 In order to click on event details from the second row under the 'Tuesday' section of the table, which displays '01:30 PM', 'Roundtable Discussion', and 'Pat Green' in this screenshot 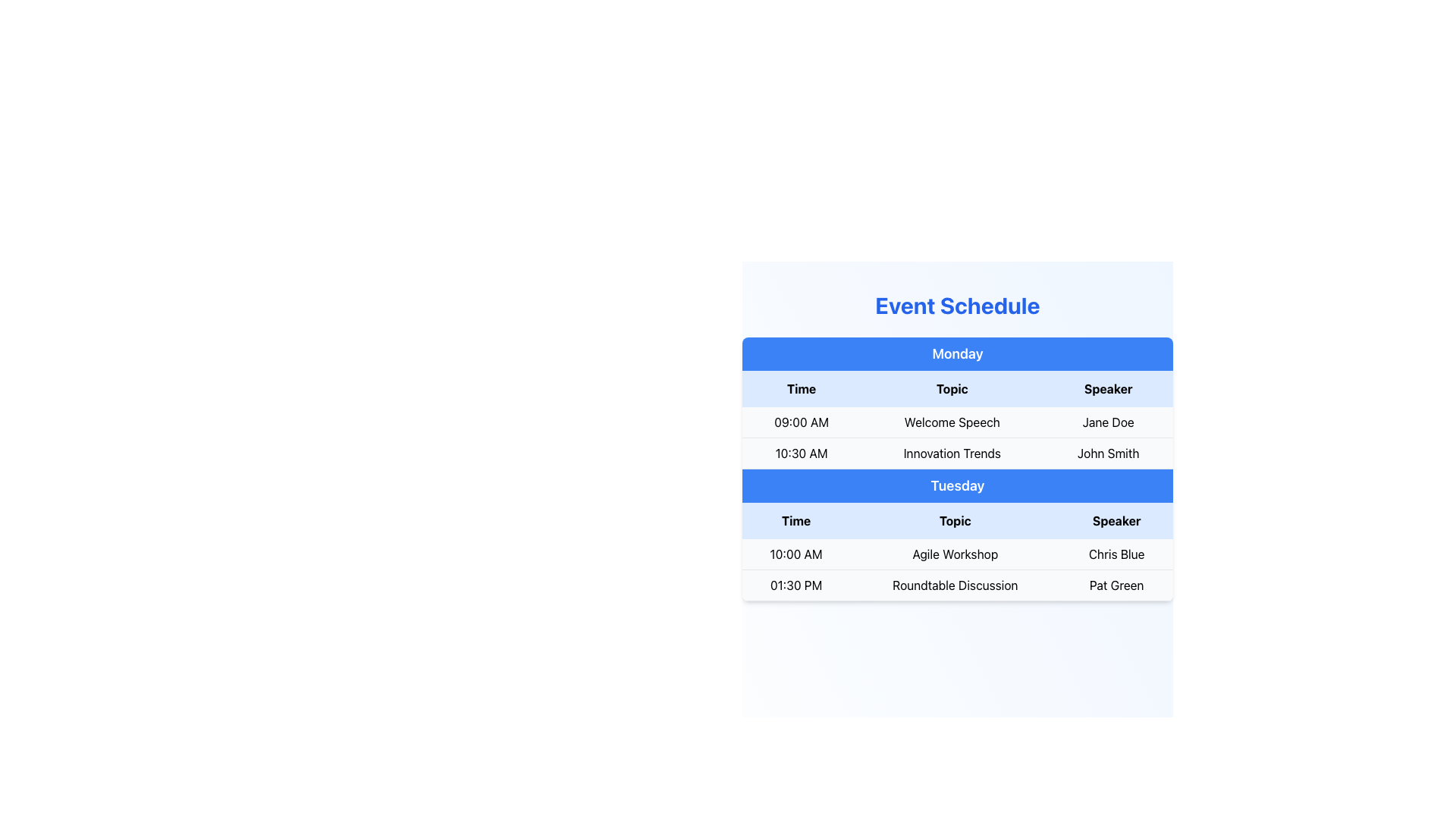, I will do `click(956, 584)`.